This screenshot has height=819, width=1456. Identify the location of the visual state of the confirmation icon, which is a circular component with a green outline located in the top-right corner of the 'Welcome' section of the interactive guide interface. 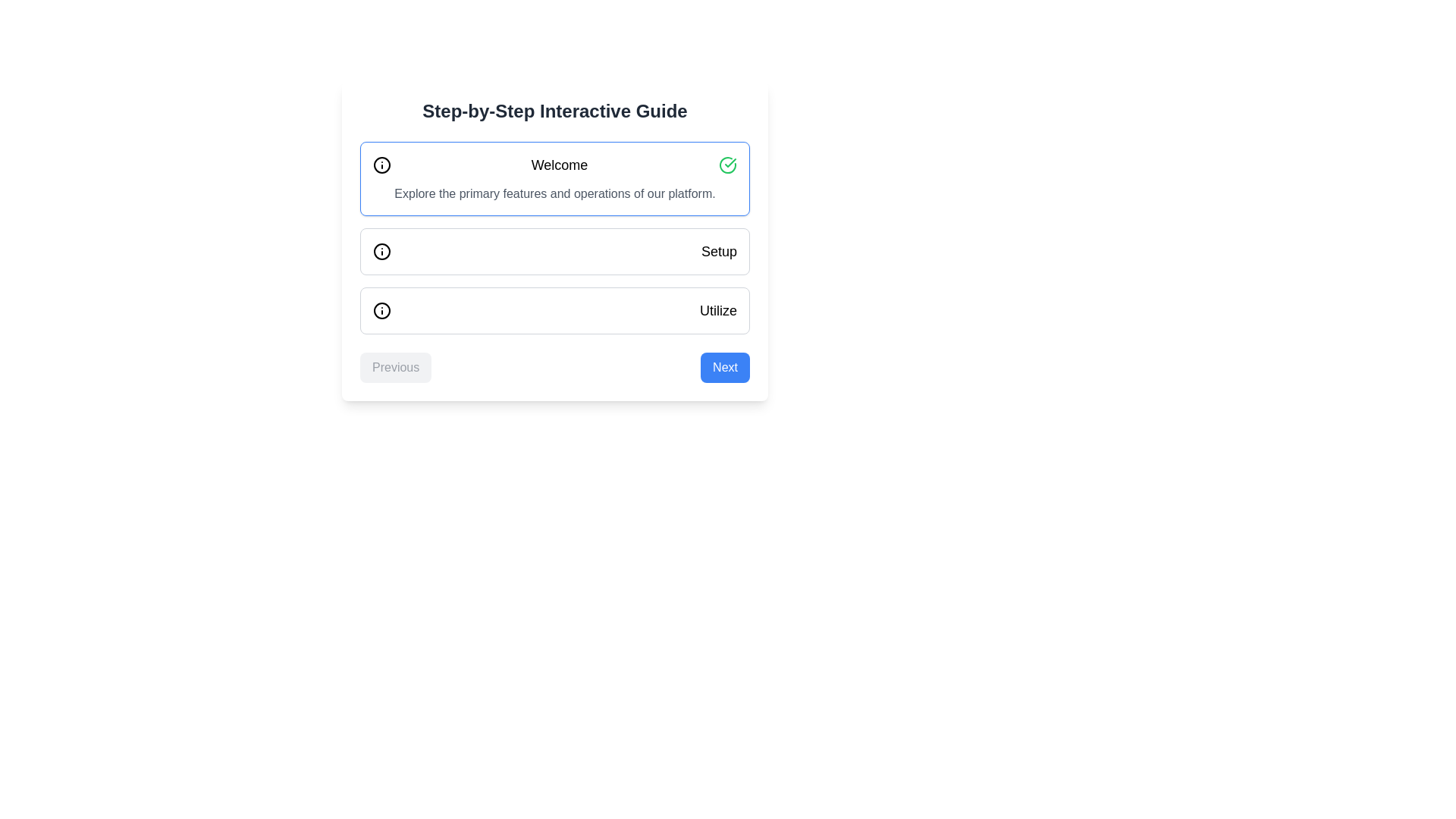
(728, 165).